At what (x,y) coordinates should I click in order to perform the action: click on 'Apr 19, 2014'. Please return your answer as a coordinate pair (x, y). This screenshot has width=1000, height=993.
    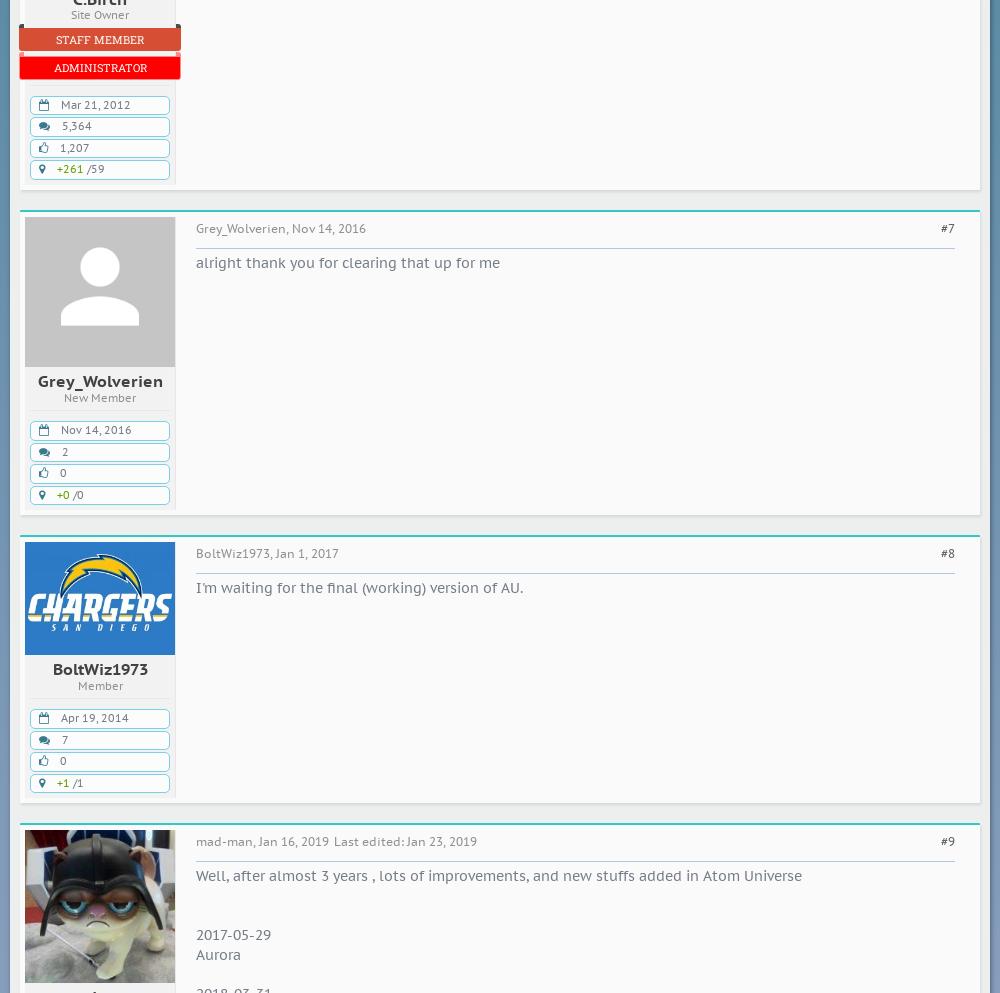
    Looking at the image, I should click on (61, 717).